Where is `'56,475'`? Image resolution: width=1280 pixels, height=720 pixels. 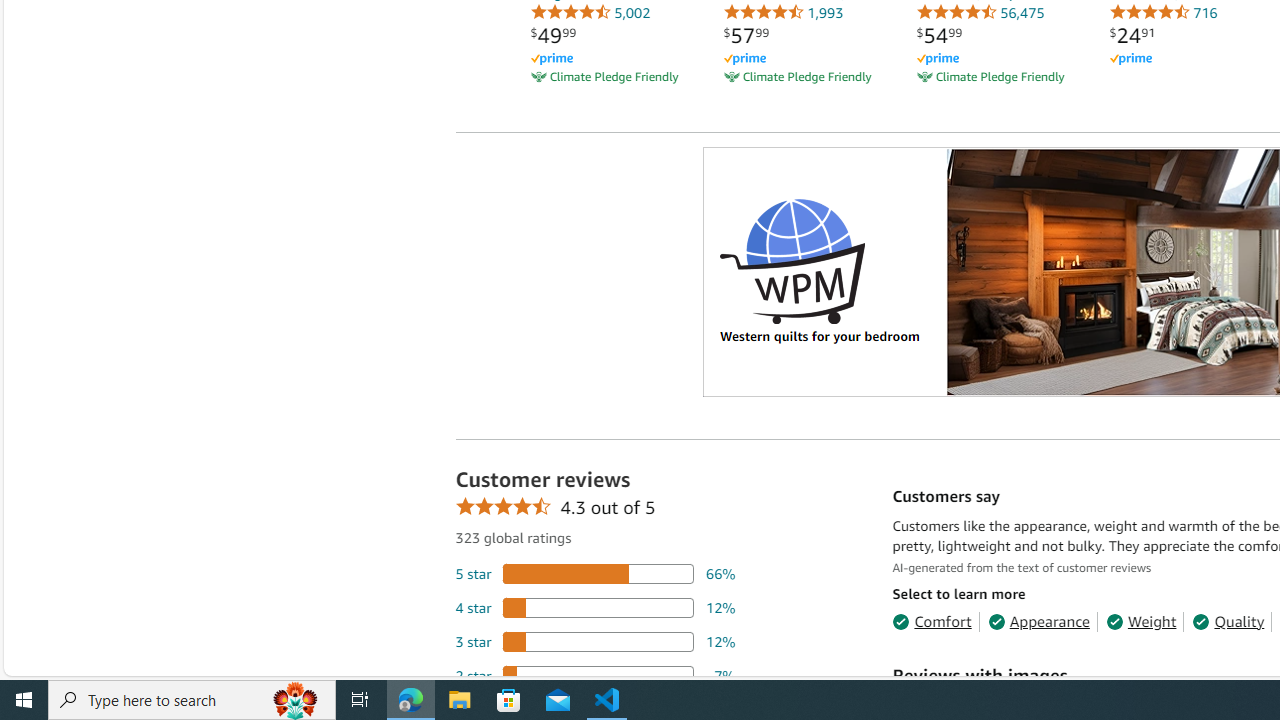 '56,475' is located at coordinates (980, 12).